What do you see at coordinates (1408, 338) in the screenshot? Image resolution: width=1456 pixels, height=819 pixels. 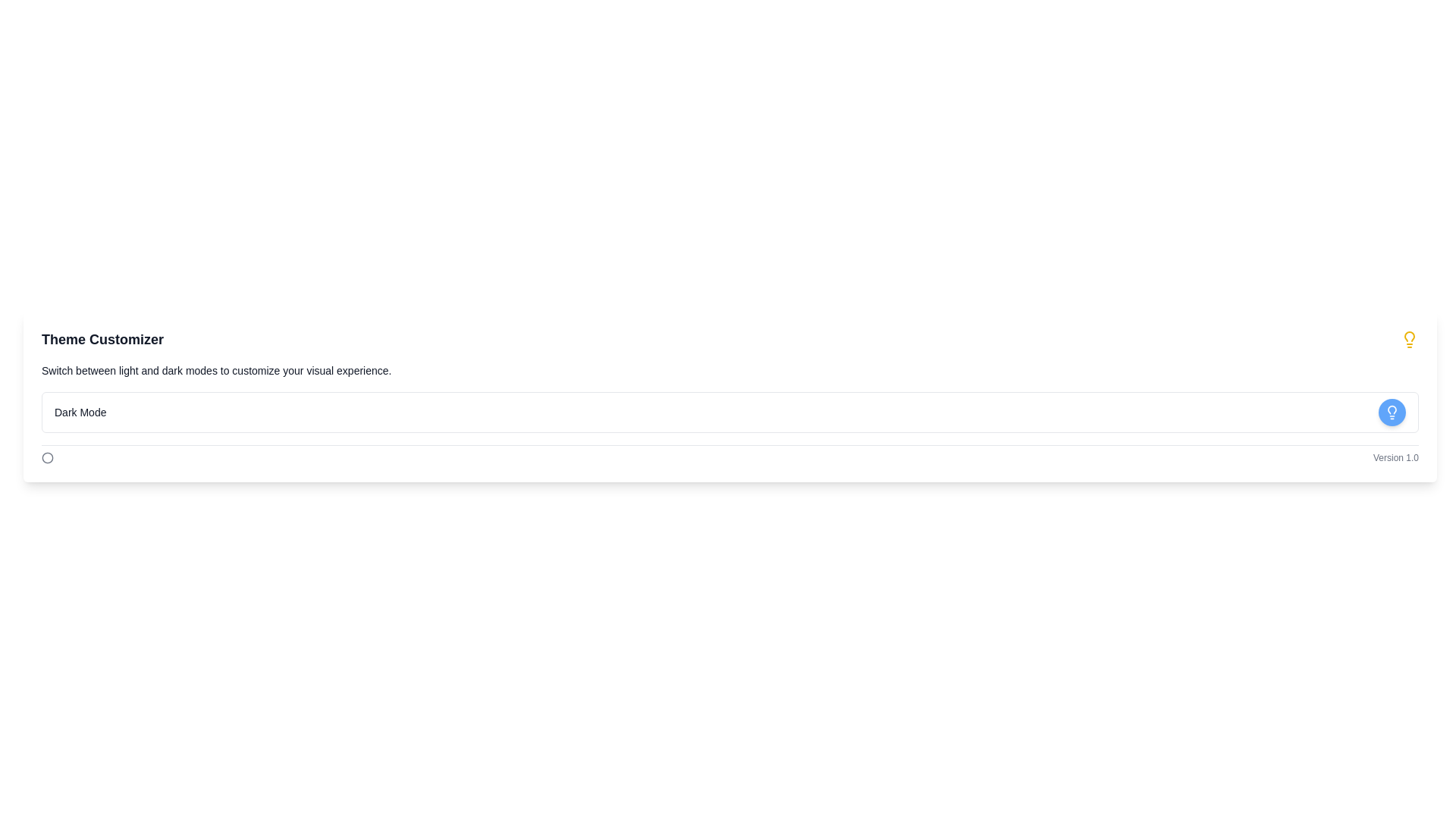 I see `the lightbulb icon located to the right of the 'Theme Customizer' heading, which is visually characterized by its yellow color and simple line design` at bounding box center [1408, 338].